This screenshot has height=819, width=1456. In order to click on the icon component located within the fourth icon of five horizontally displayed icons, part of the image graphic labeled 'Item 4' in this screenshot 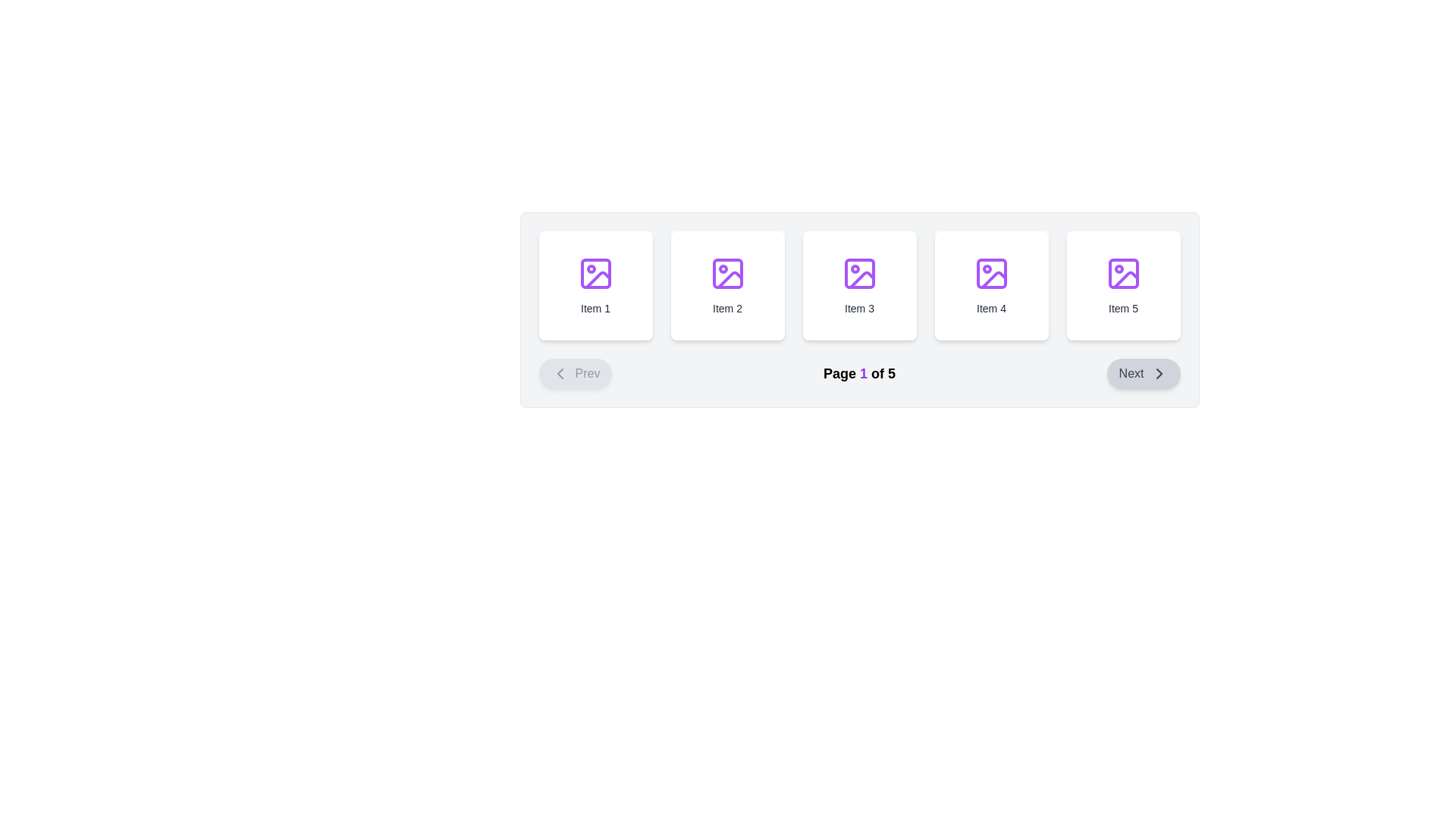, I will do `click(991, 274)`.